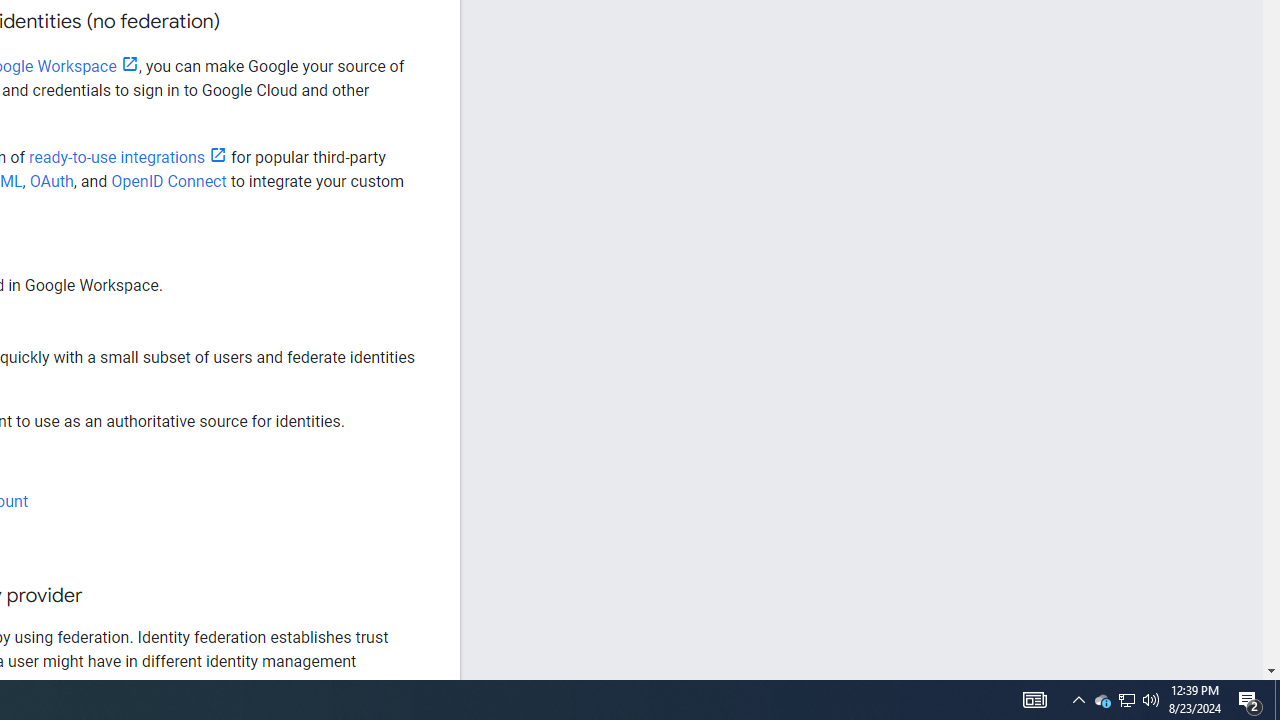  Describe the element at coordinates (168, 181) in the screenshot. I see `'OpenID Connect'` at that location.